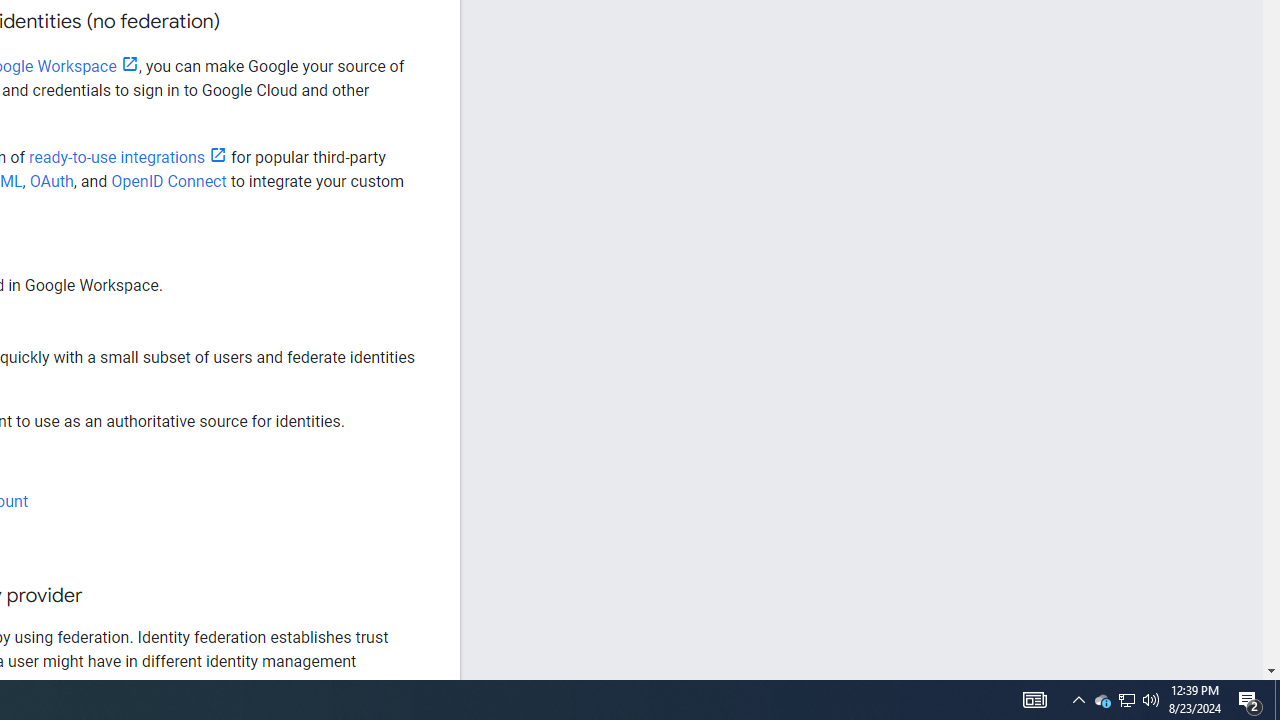  Describe the element at coordinates (168, 181) in the screenshot. I see `'OpenID Connect'` at that location.